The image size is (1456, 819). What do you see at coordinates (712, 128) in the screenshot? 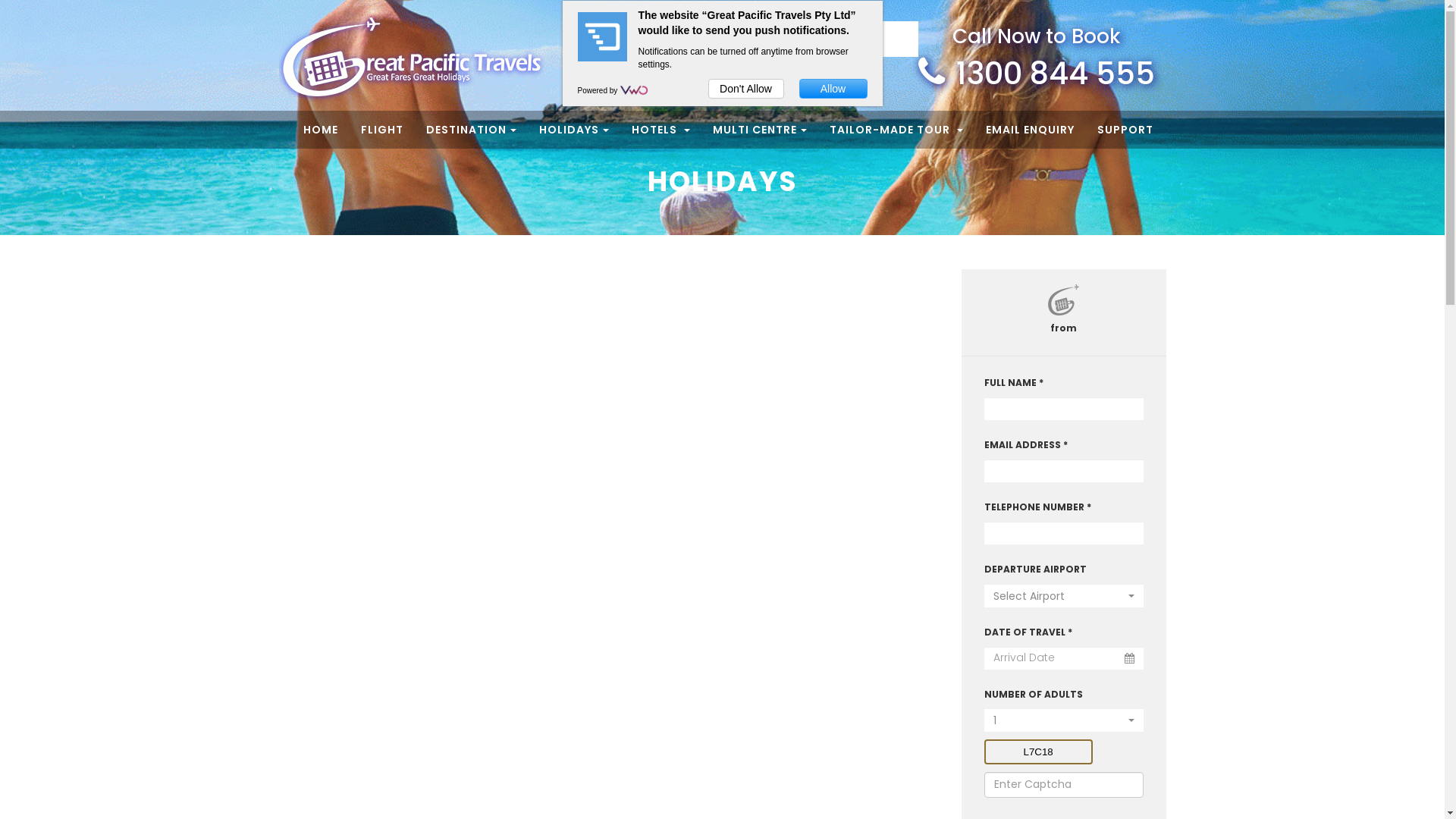
I see `'MULTI CENTRE'` at bounding box center [712, 128].